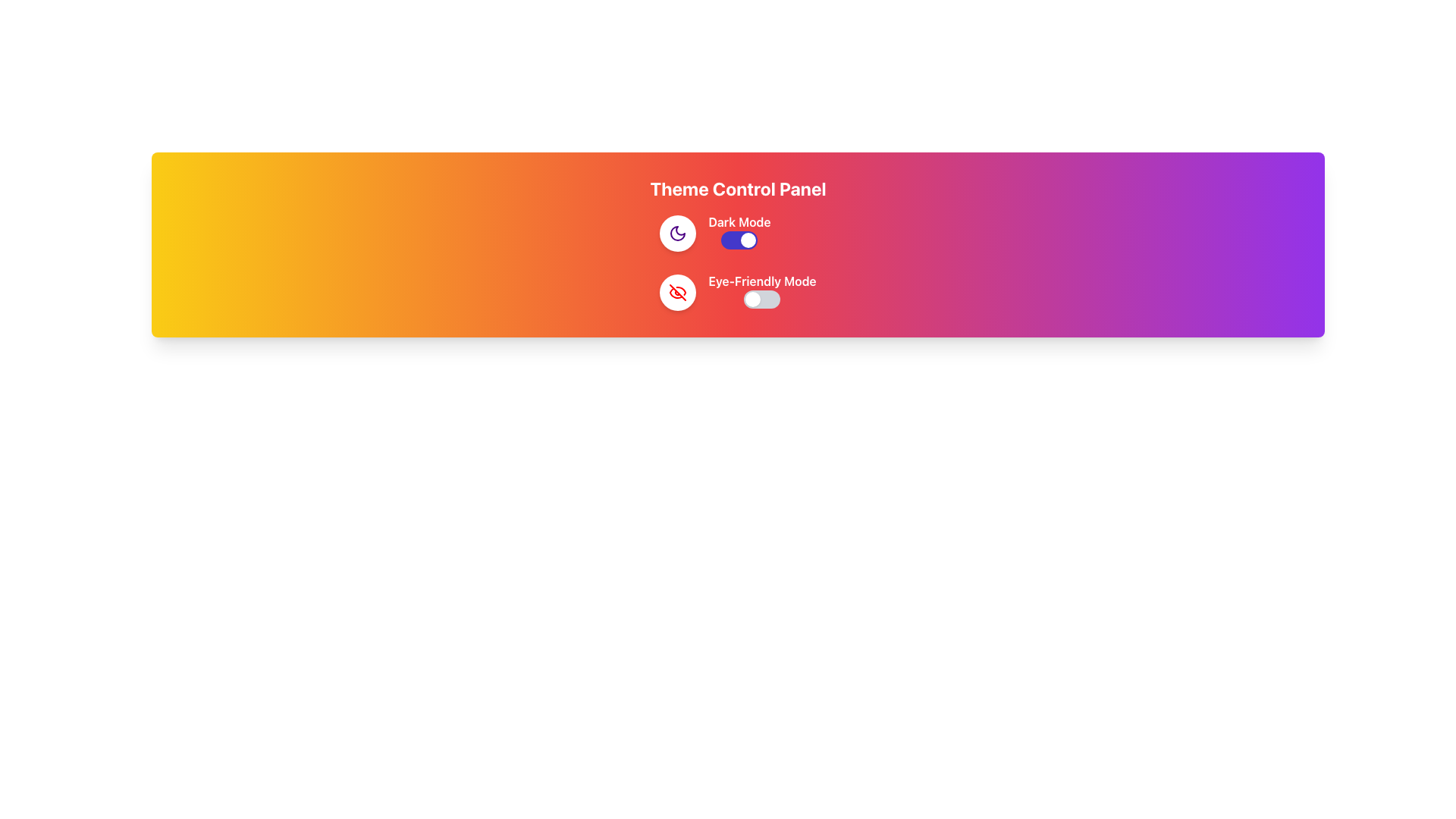 This screenshot has height=819, width=1456. What do you see at coordinates (738, 188) in the screenshot?
I see `static text label that serves as a title for the theme-related settings section, located at the top of the content group with a gradient background` at bounding box center [738, 188].